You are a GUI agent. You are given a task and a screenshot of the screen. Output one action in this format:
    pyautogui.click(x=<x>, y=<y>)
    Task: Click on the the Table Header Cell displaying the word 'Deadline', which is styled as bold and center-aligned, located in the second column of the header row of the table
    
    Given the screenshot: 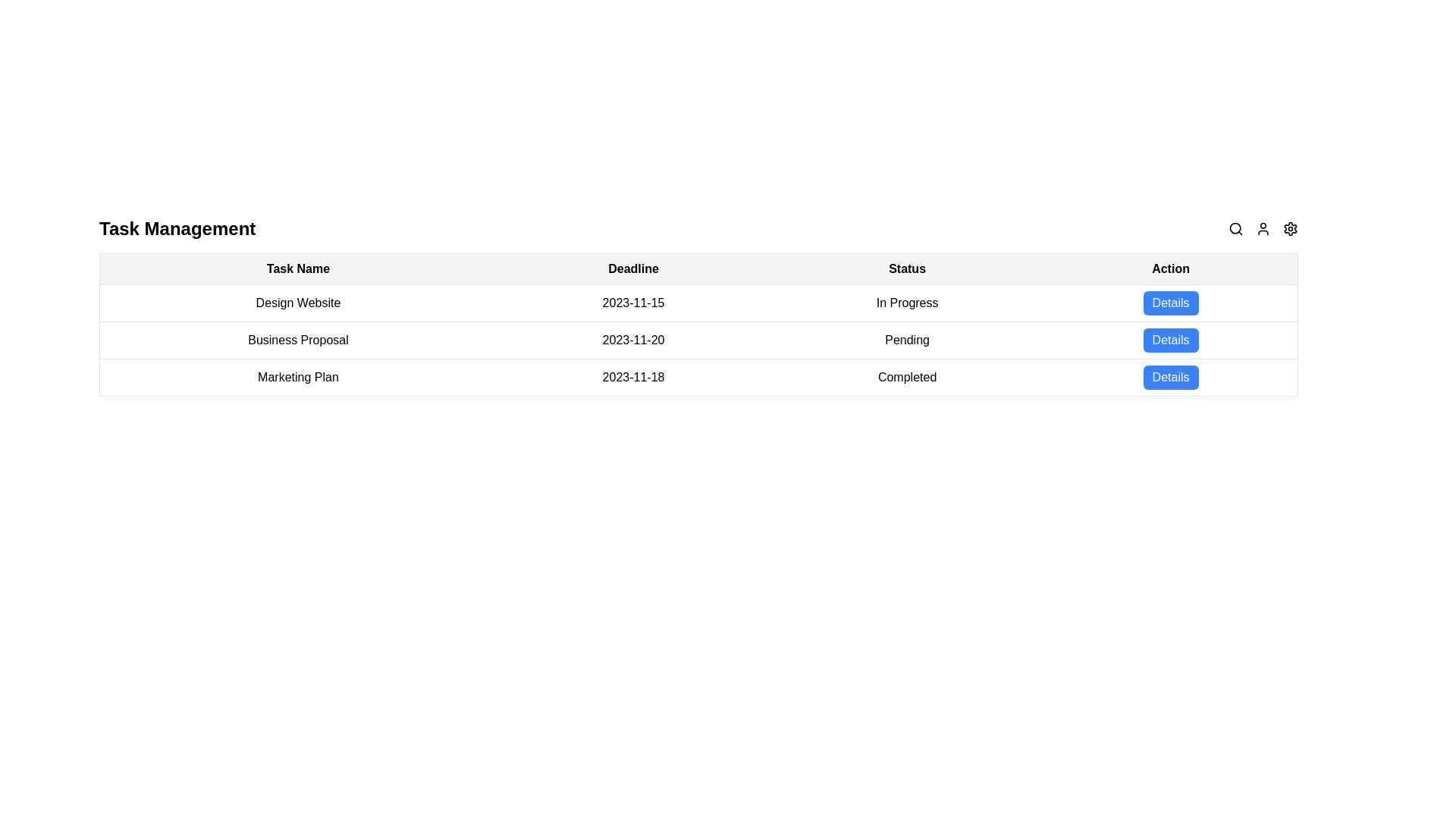 What is the action you would take?
    pyautogui.click(x=633, y=268)
    